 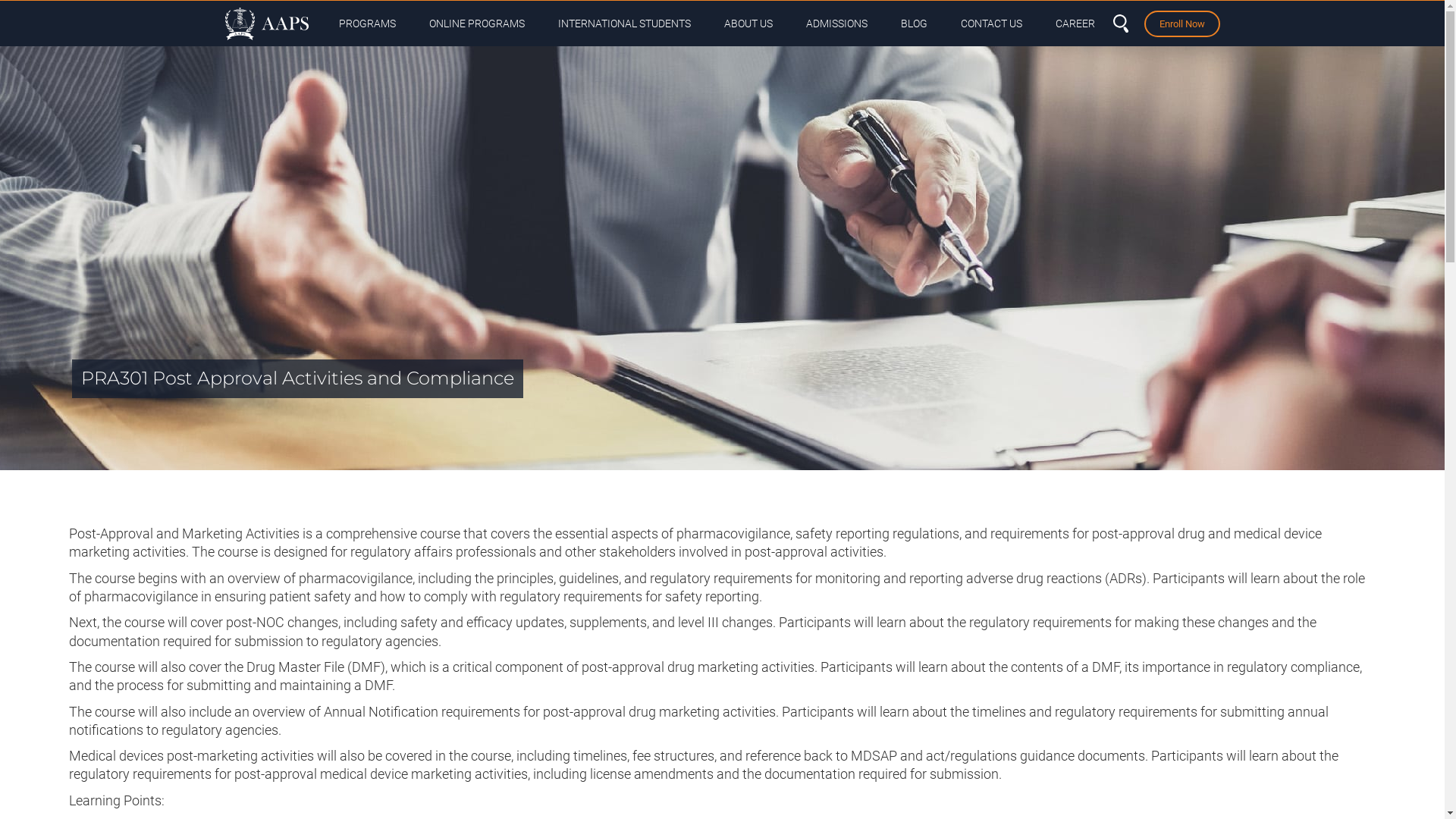 What do you see at coordinates (747, 23) in the screenshot?
I see `'ABOUT US'` at bounding box center [747, 23].